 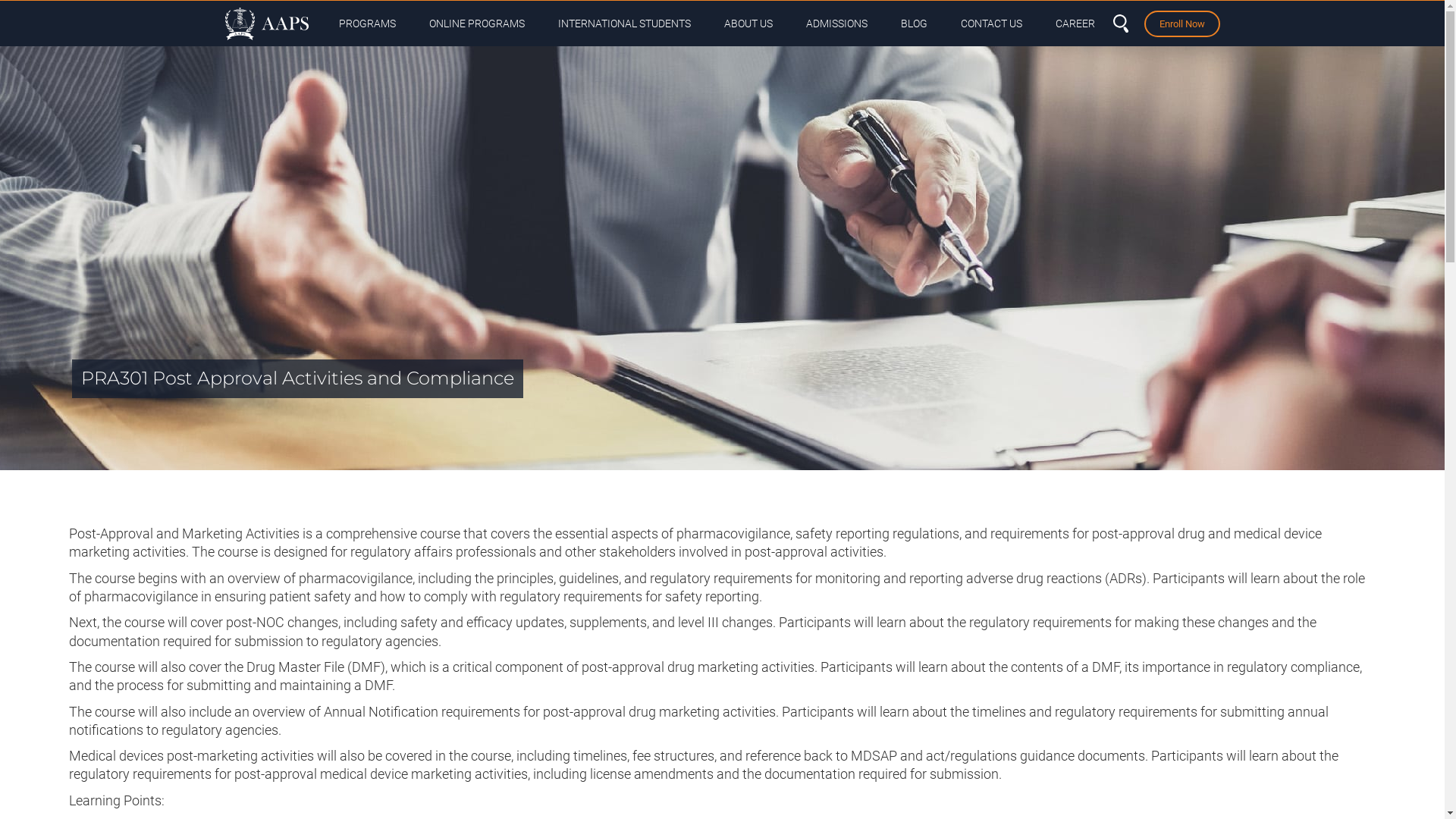 What do you see at coordinates (747, 23) in the screenshot?
I see `'ABOUT US'` at bounding box center [747, 23].